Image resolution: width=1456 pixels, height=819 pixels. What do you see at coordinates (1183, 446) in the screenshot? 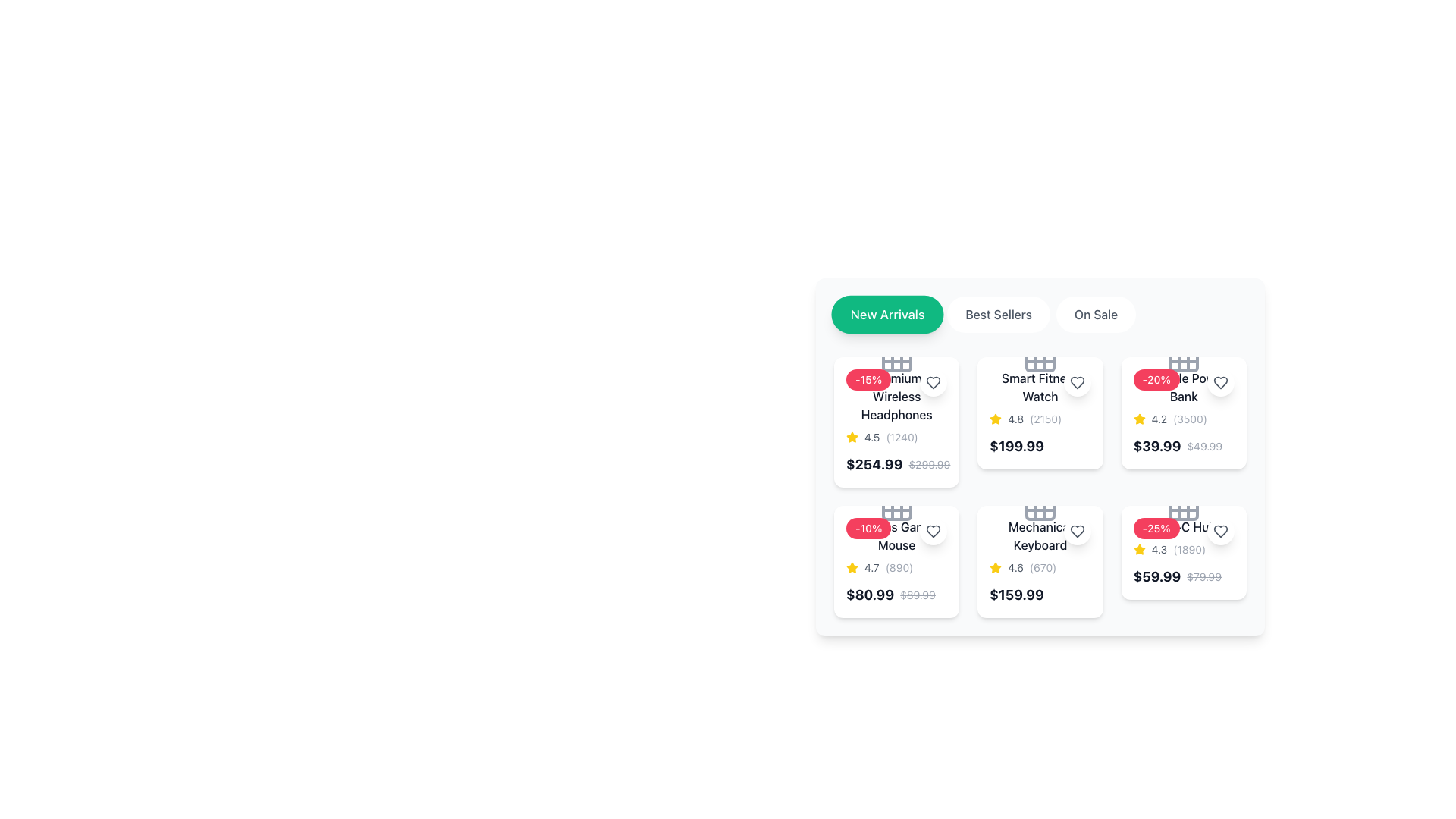
I see `the Price display element that shows the current and original price with discount indication for the product 'Portable Power Bank', located in the fourth product card of the second row` at bounding box center [1183, 446].